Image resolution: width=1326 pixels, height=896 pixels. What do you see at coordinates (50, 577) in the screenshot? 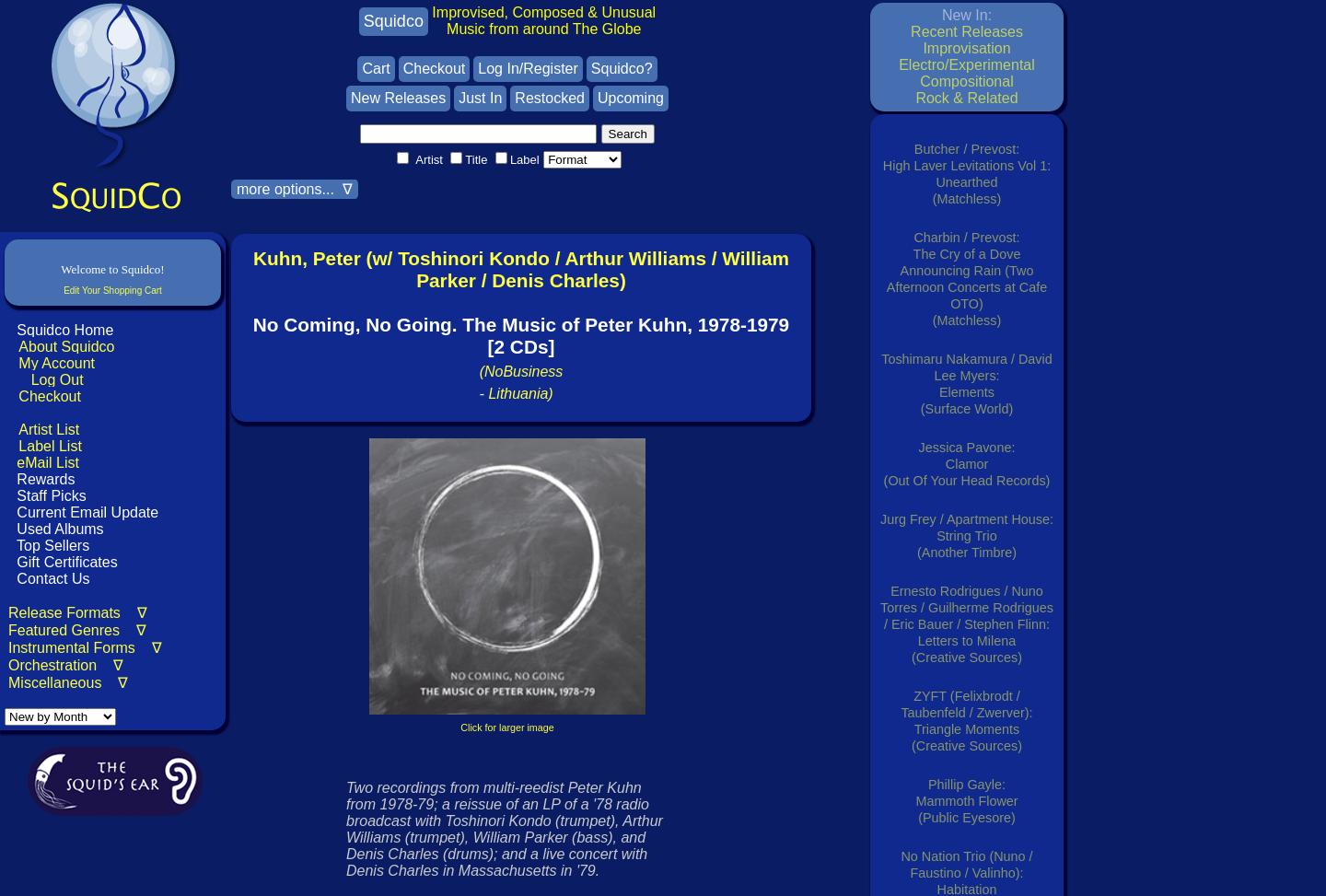
I see `'Contact Us'` at bounding box center [50, 577].